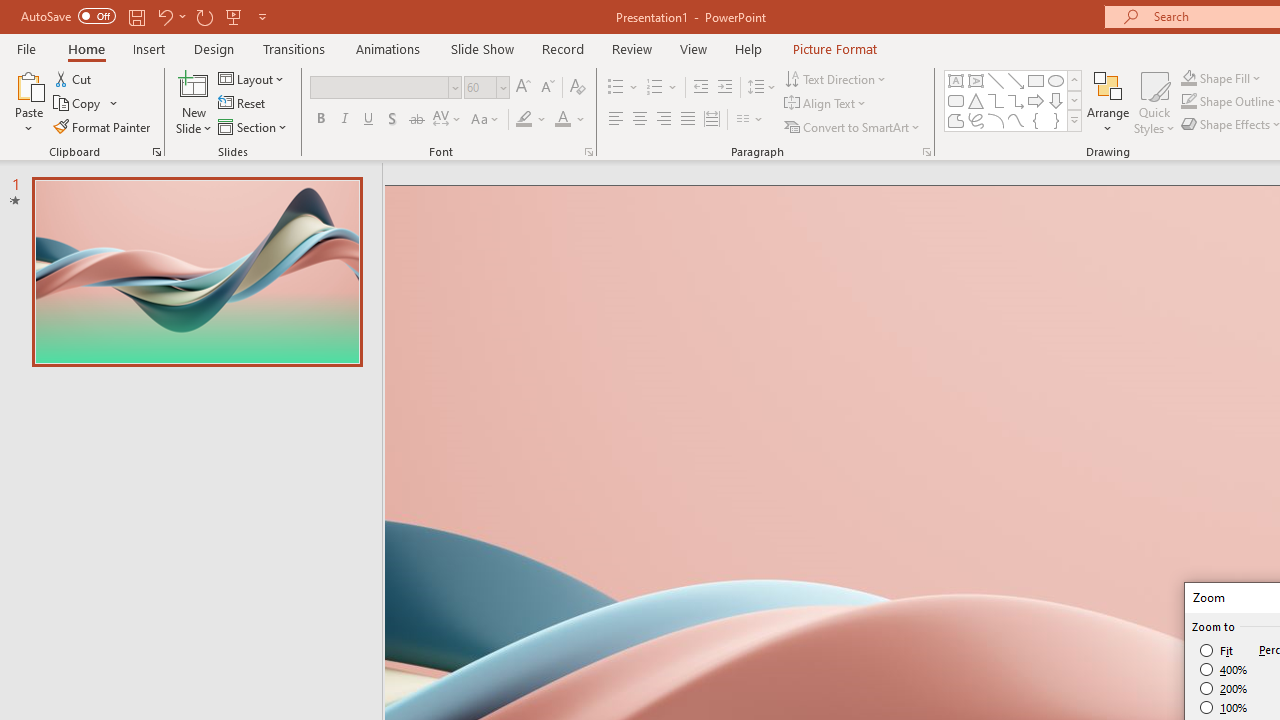  Describe the element at coordinates (547, 86) in the screenshot. I see `'Decrease Font Size'` at that location.